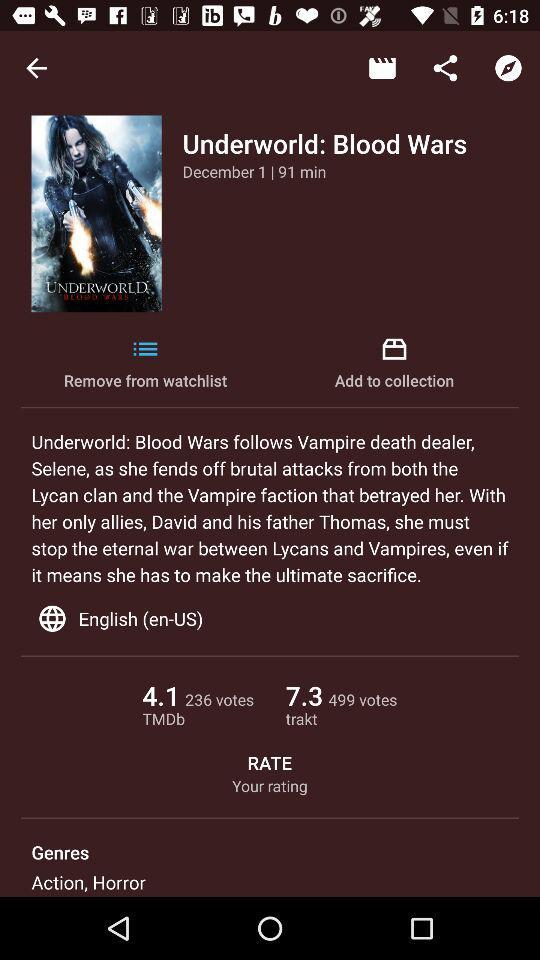  Describe the element at coordinates (87, 881) in the screenshot. I see `icon below the genres item` at that location.